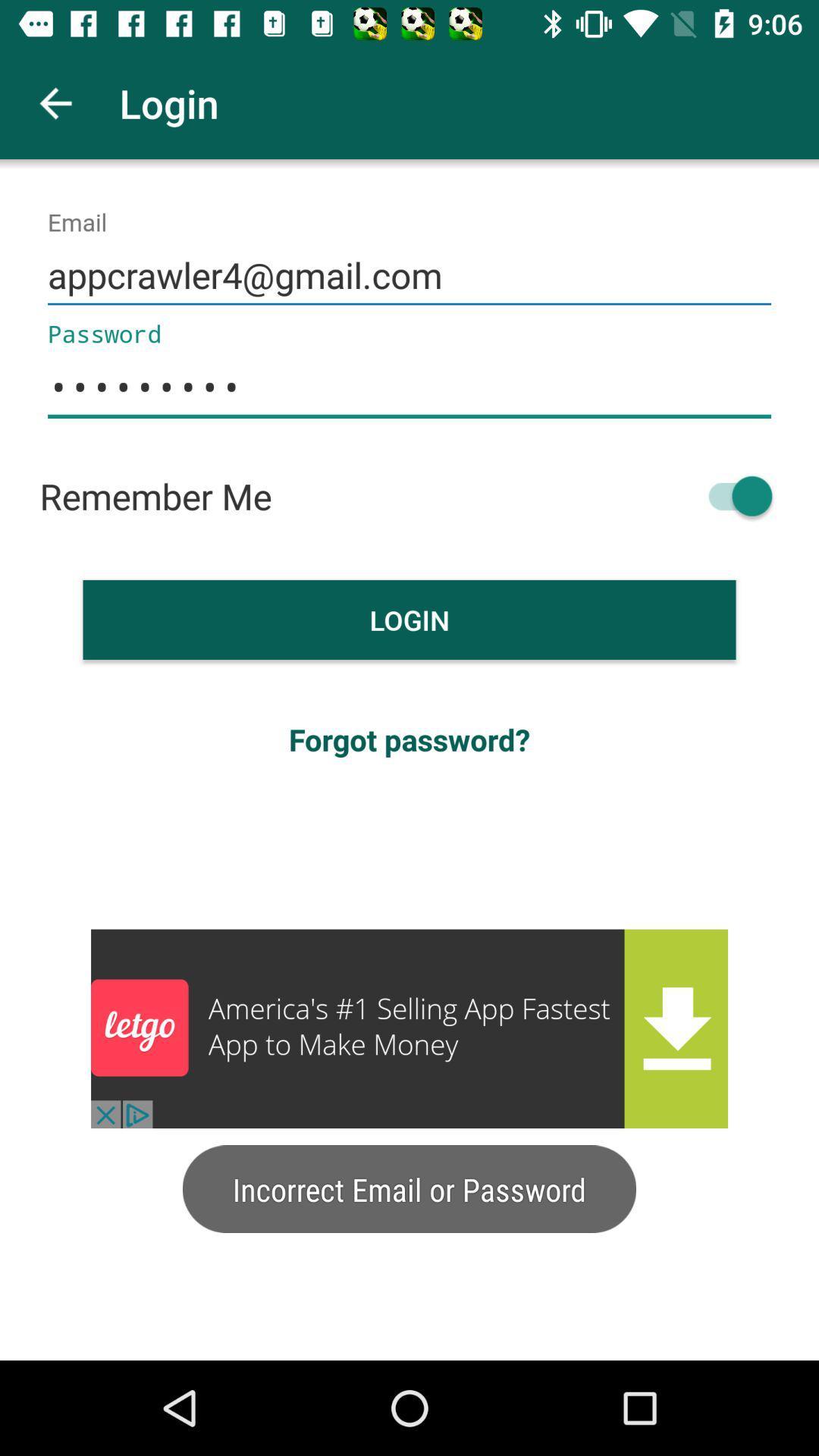 The width and height of the screenshot is (819, 1456). Describe the element at coordinates (409, 1028) in the screenshot. I see `advertisement link` at that location.